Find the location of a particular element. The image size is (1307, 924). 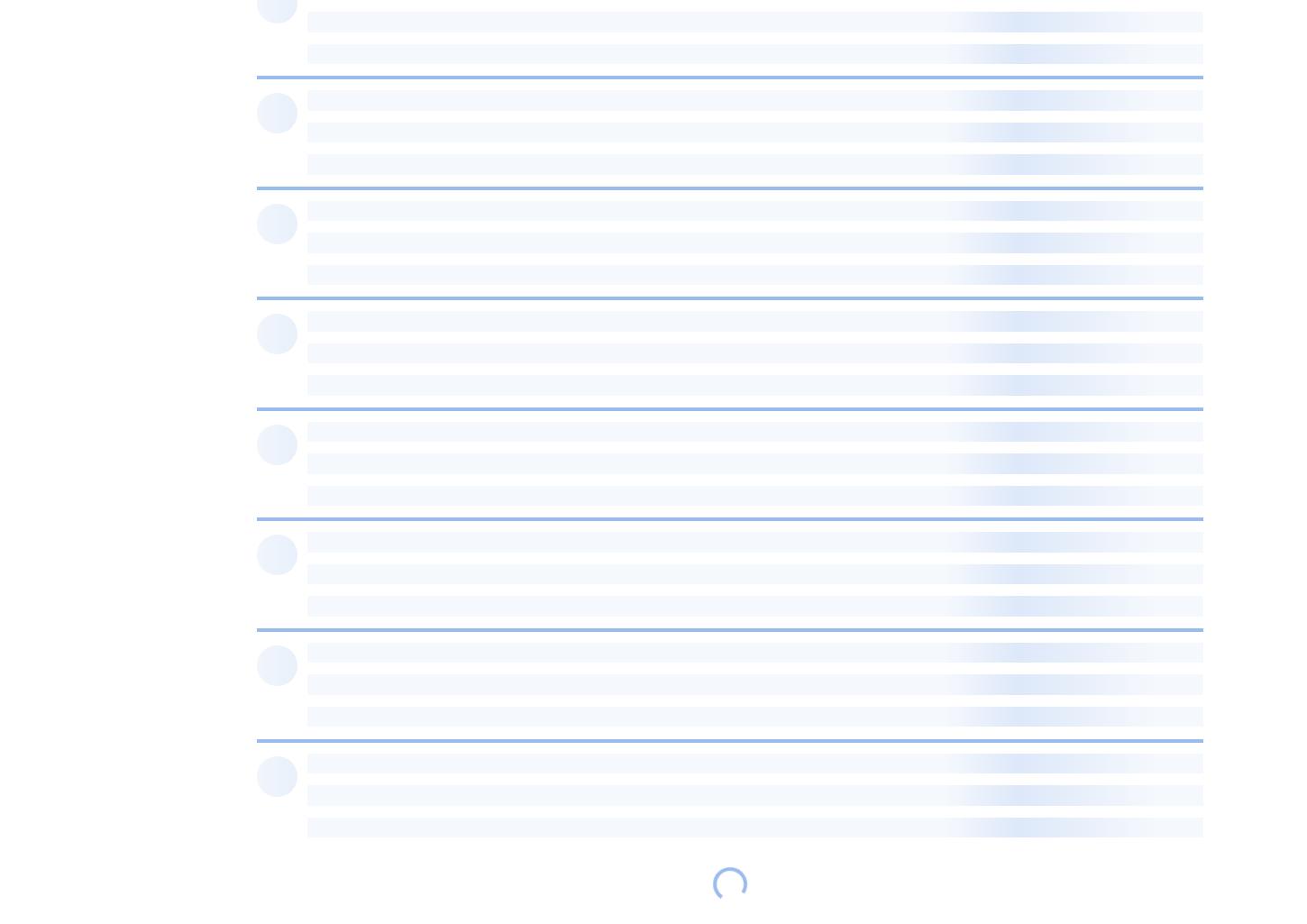

'sb56637:' is located at coordinates (379, 311).